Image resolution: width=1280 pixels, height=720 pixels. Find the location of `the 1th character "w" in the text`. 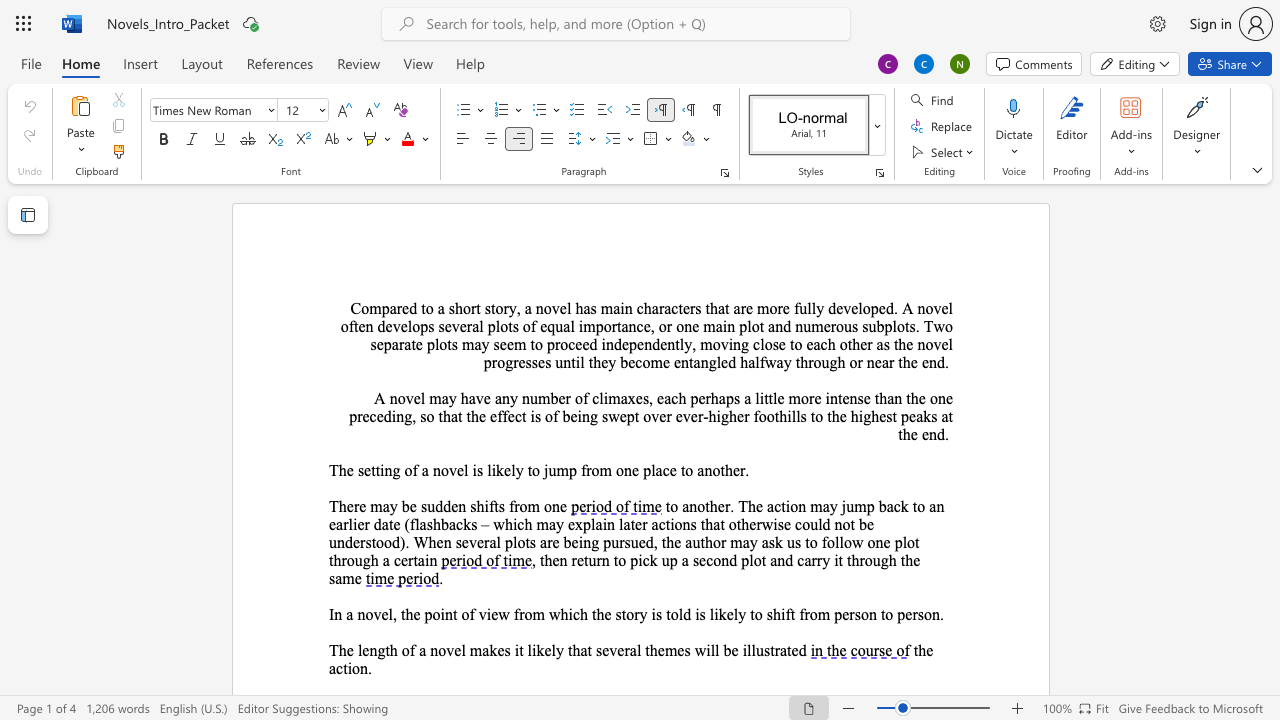

the 1th character "w" in the text is located at coordinates (938, 325).